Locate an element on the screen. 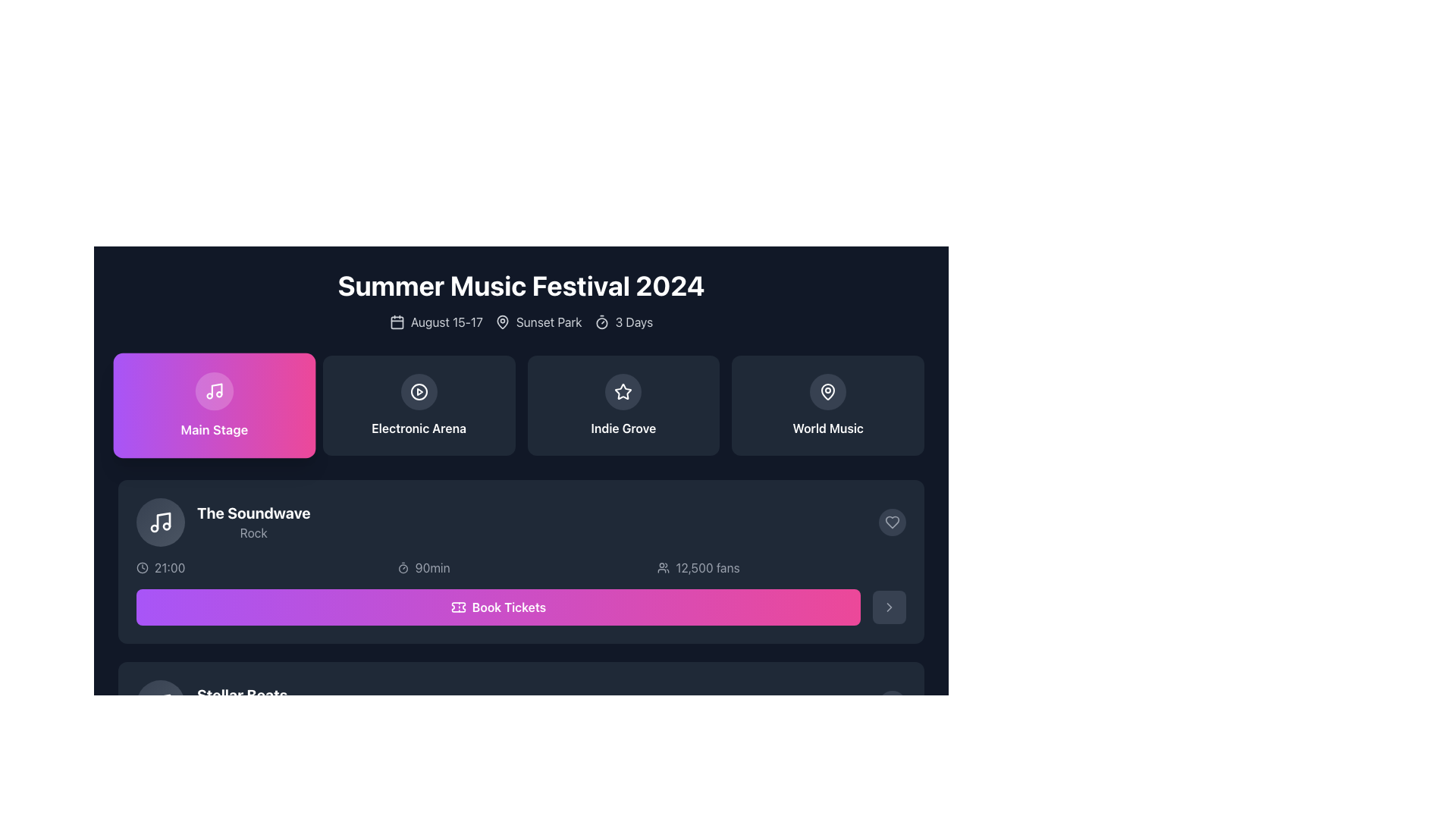 This screenshot has width=1456, height=819. the heart-shaped icon to mark it as a favorite, which is located to the right of the music event's details and styled as a button is located at coordinates (892, 522).